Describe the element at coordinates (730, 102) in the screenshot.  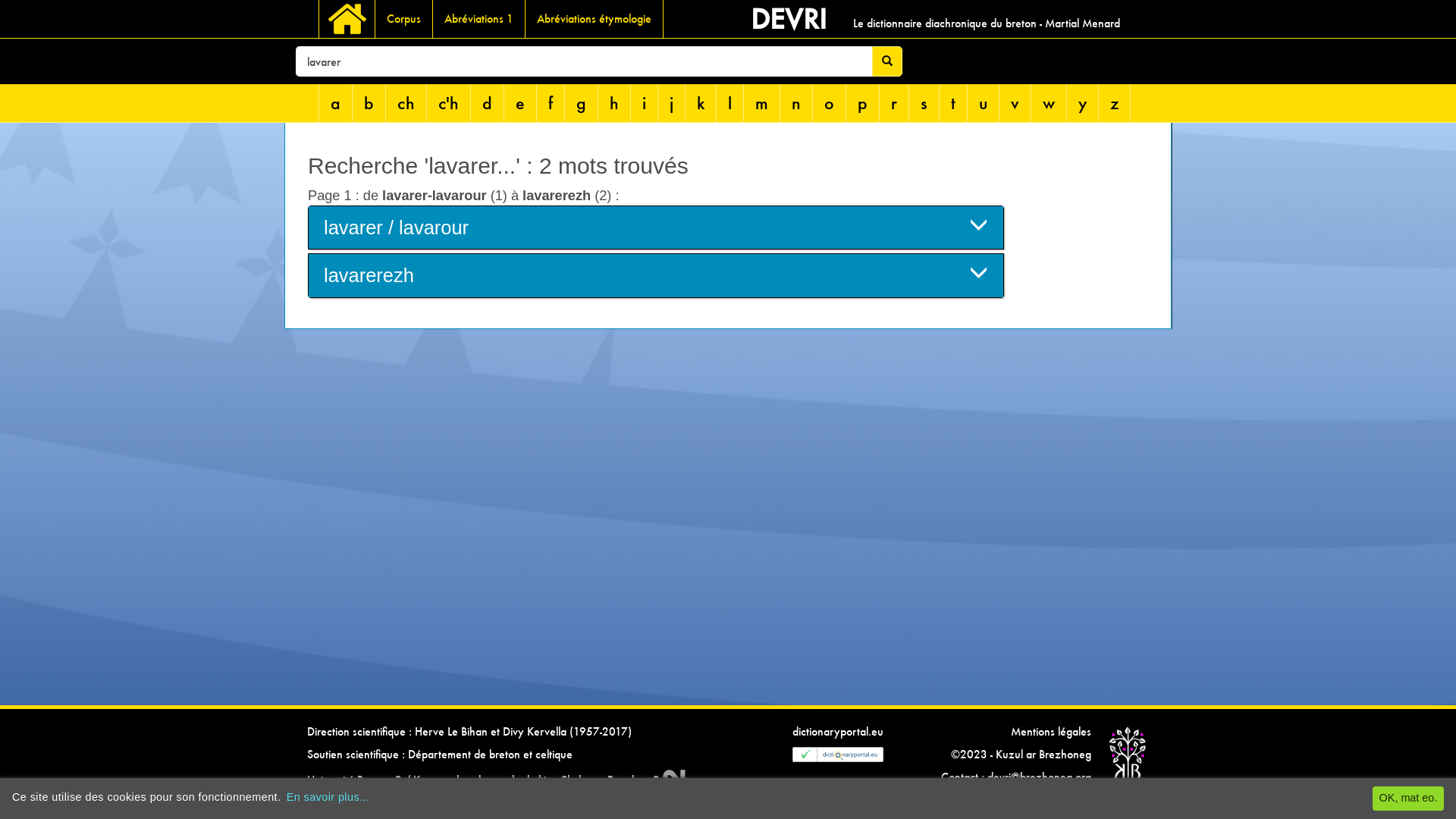
I see `'l'` at that location.